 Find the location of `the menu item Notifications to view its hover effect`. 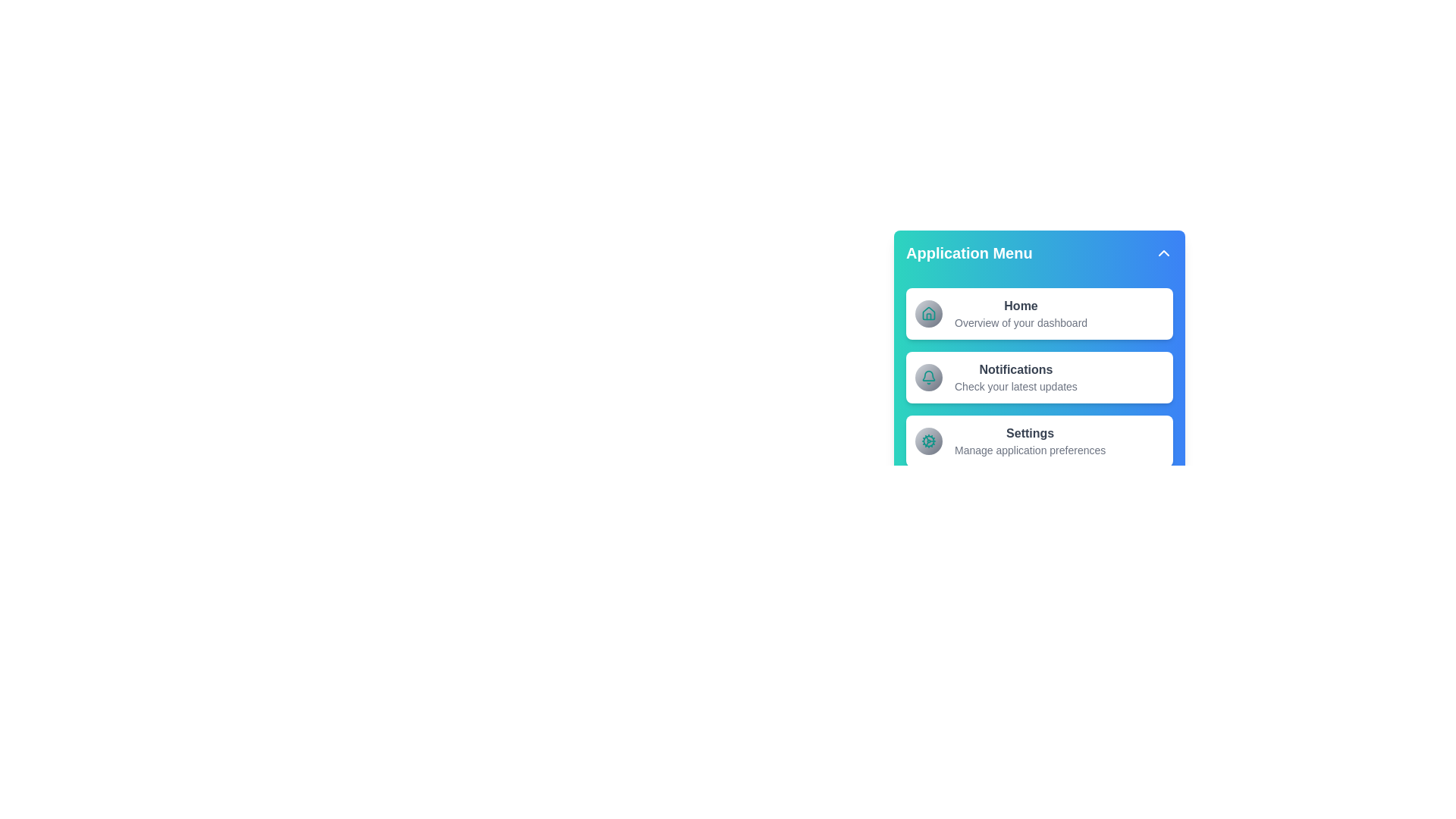

the menu item Notifications to view its hover effect is located at coordinates (1039, 376).